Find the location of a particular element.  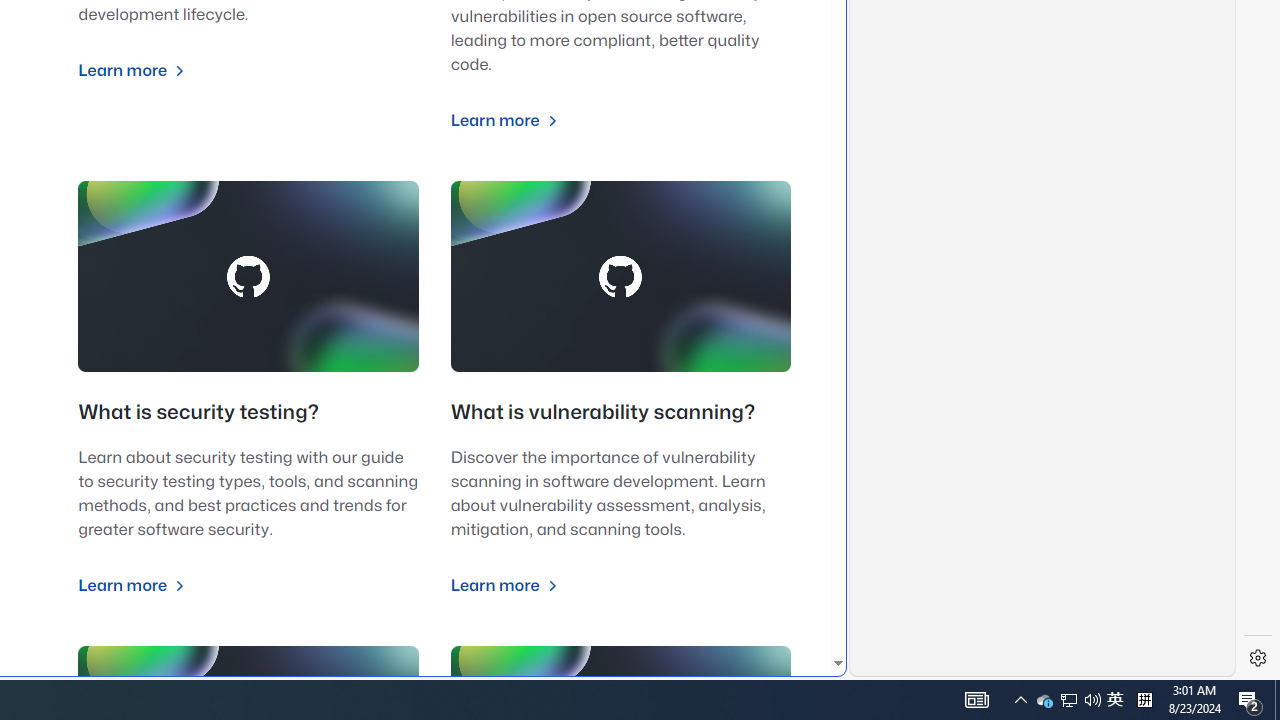

'What is vulnerability scanning?' is located at coordinates (602, 412).